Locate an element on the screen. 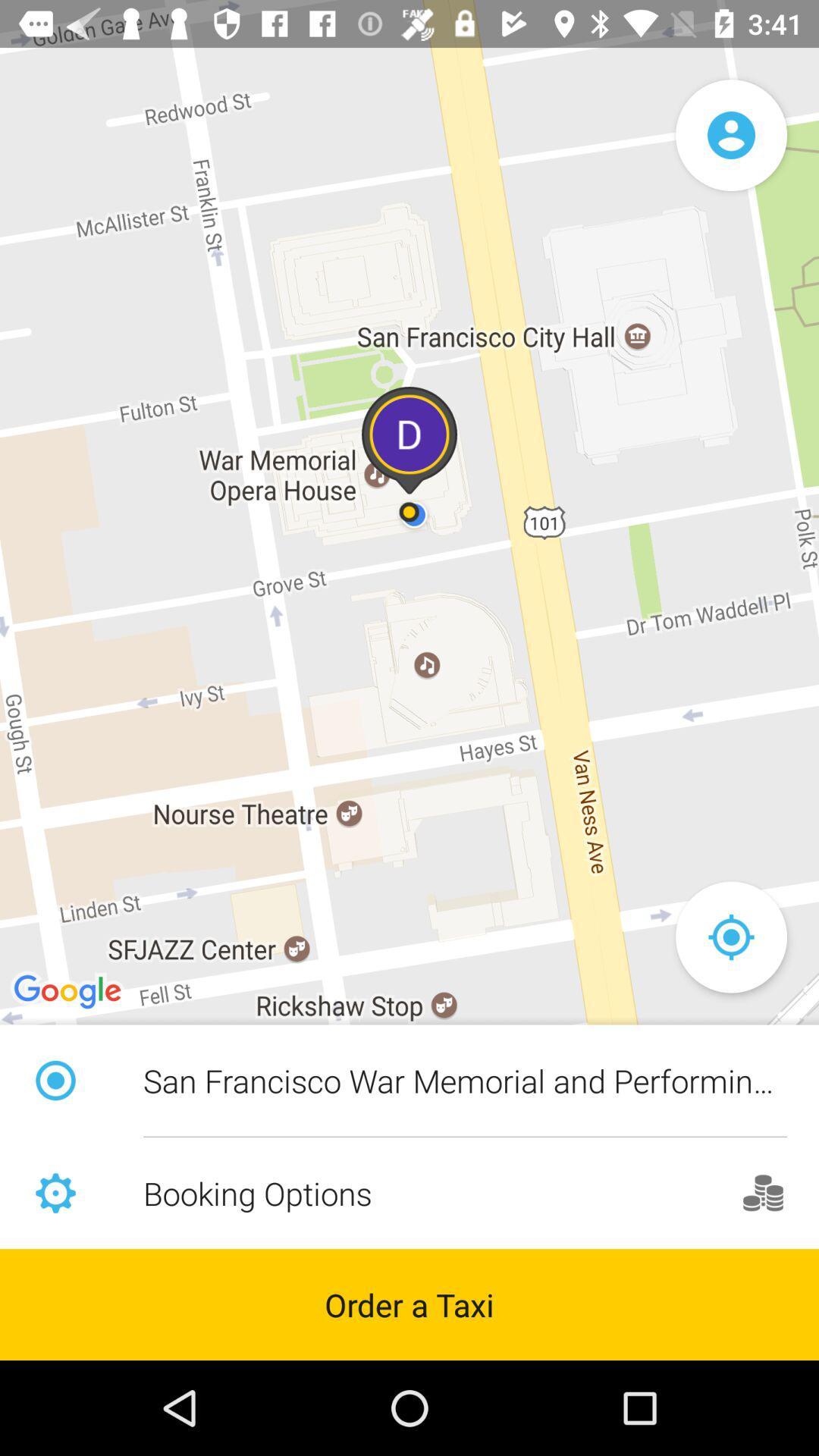  the location_crosshair icon is located at coordinates (730, 937).